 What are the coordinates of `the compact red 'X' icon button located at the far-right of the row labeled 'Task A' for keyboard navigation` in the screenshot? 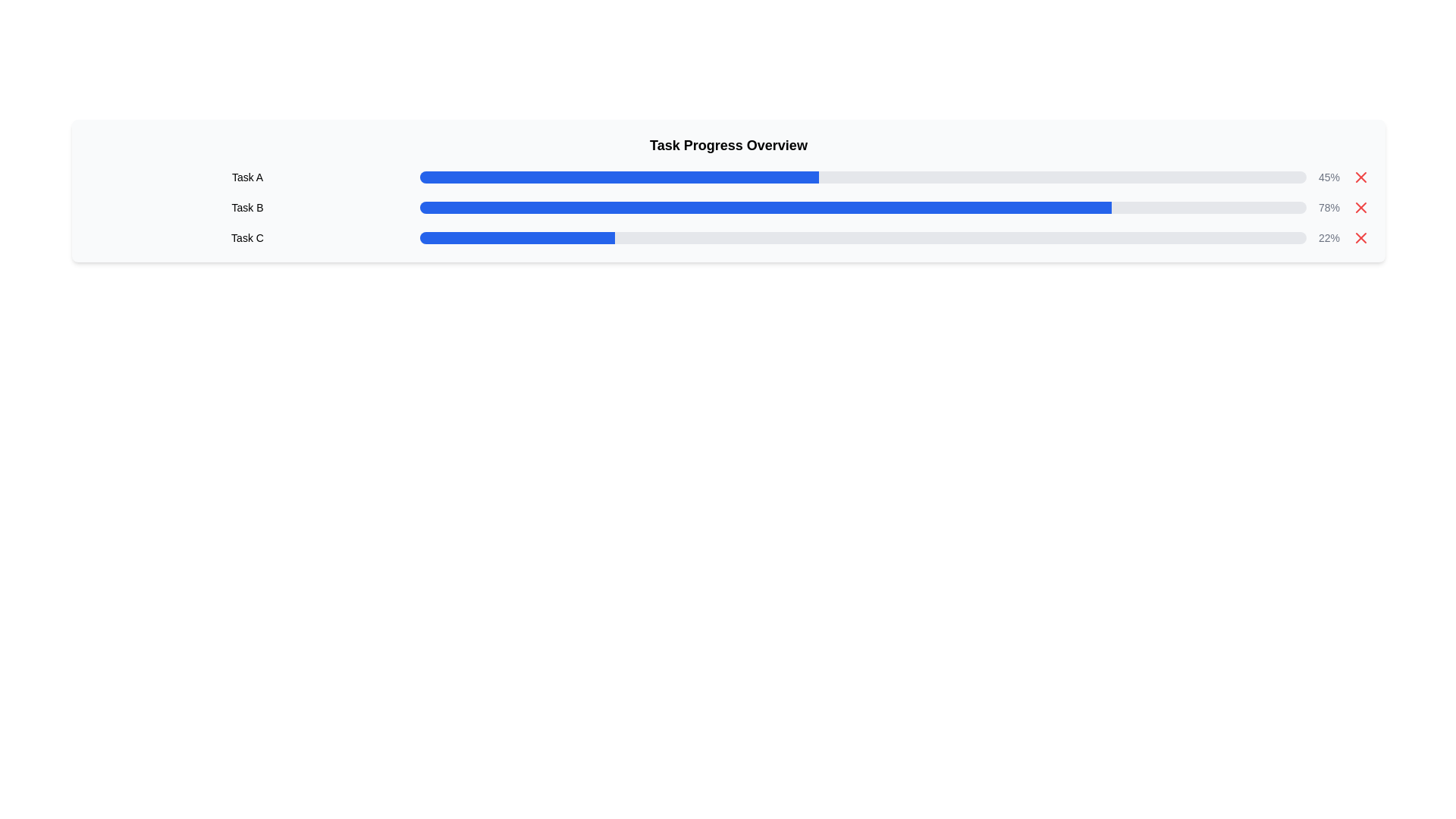 It's located at (1361, 177).